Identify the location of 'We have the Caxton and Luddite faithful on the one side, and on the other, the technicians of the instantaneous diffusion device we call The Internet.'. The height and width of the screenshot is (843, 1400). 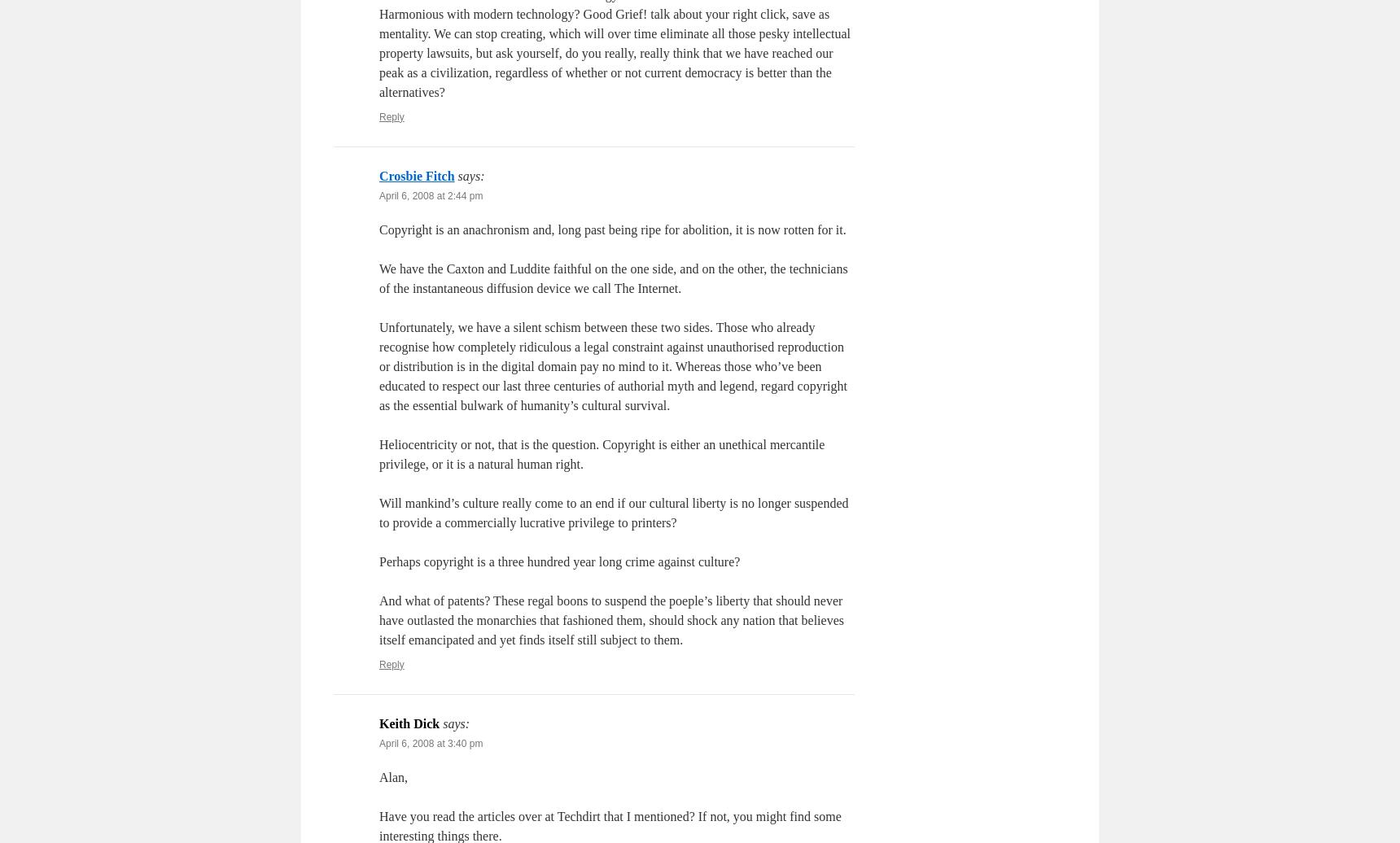
(612, 277).